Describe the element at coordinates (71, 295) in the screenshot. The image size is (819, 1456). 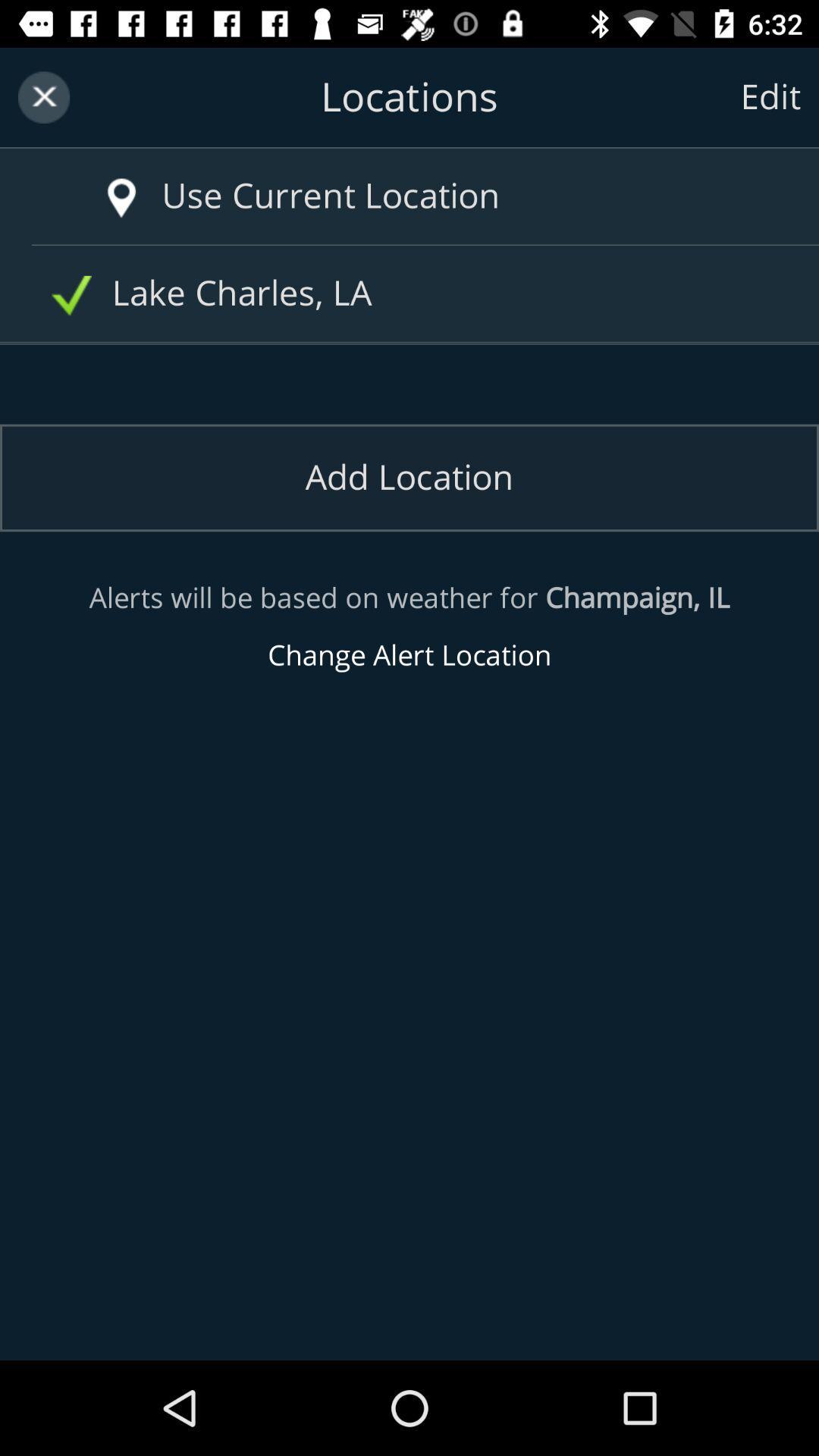
I see `the selected box to the left of lake charles la` at that location.